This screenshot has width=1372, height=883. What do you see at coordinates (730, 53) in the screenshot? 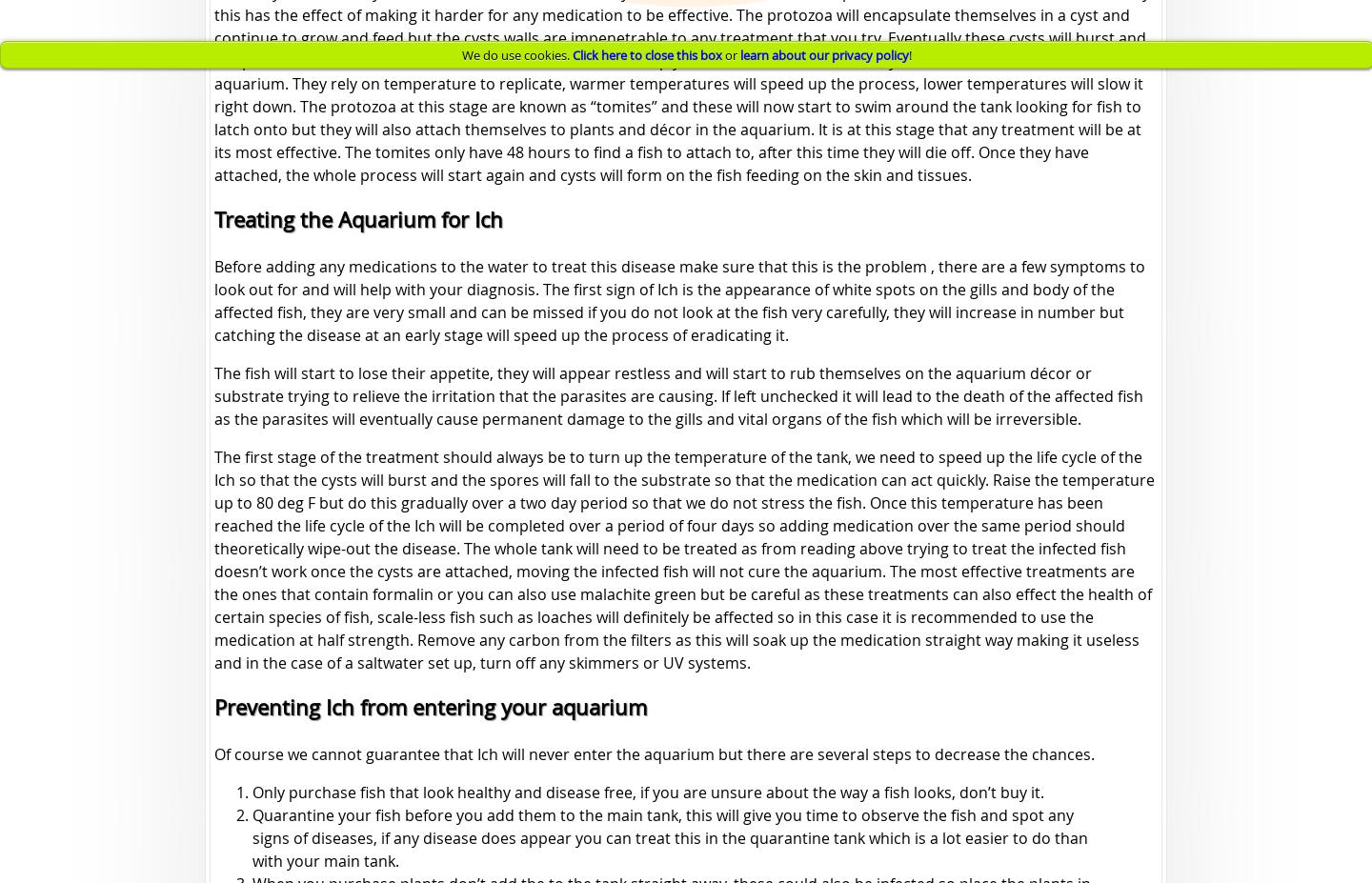
I see `'or'` at bounding box center [730, 53].